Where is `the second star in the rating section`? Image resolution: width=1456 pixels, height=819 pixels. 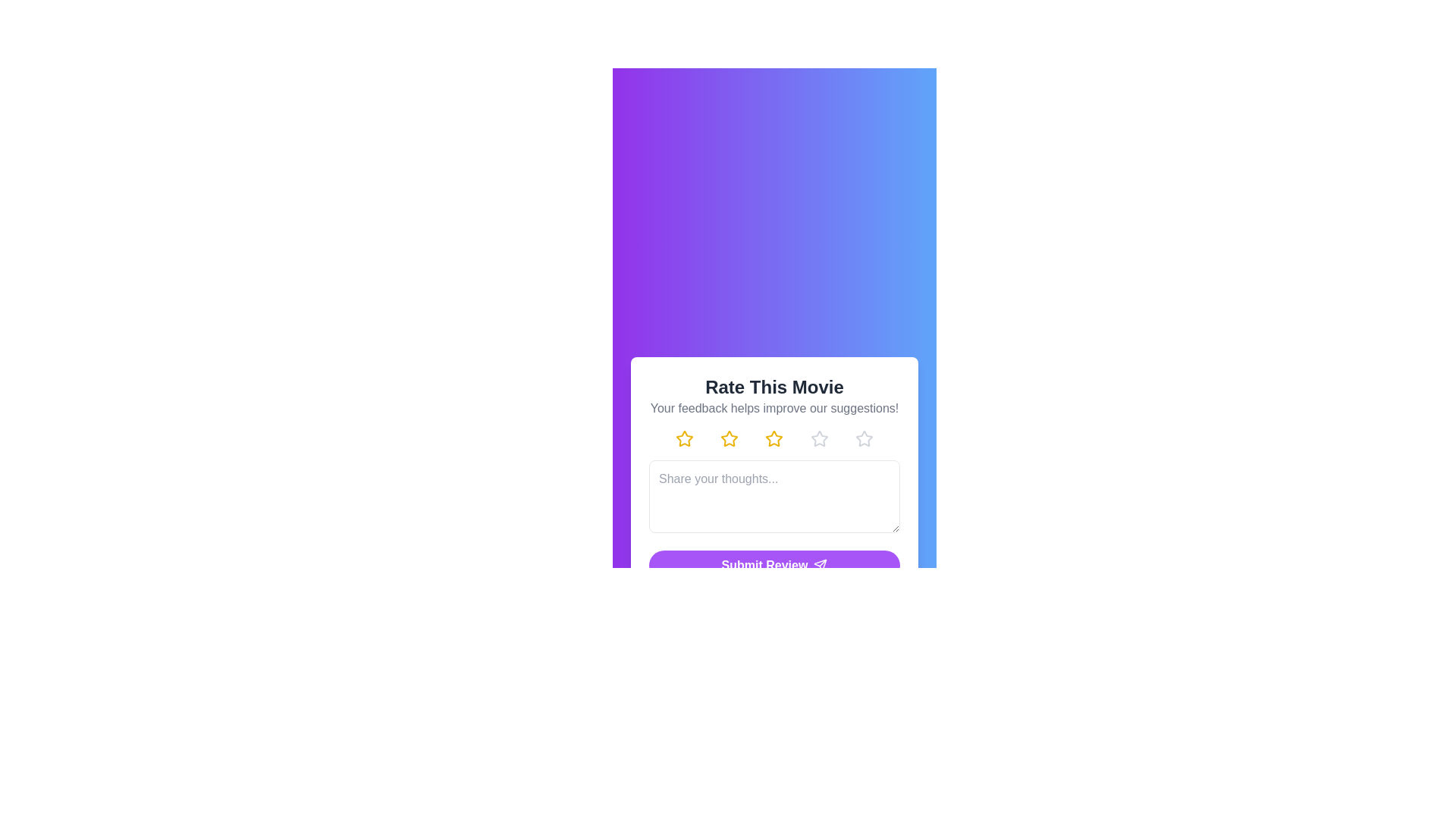
the second star in the rating section is located at coordinates (730, 438).